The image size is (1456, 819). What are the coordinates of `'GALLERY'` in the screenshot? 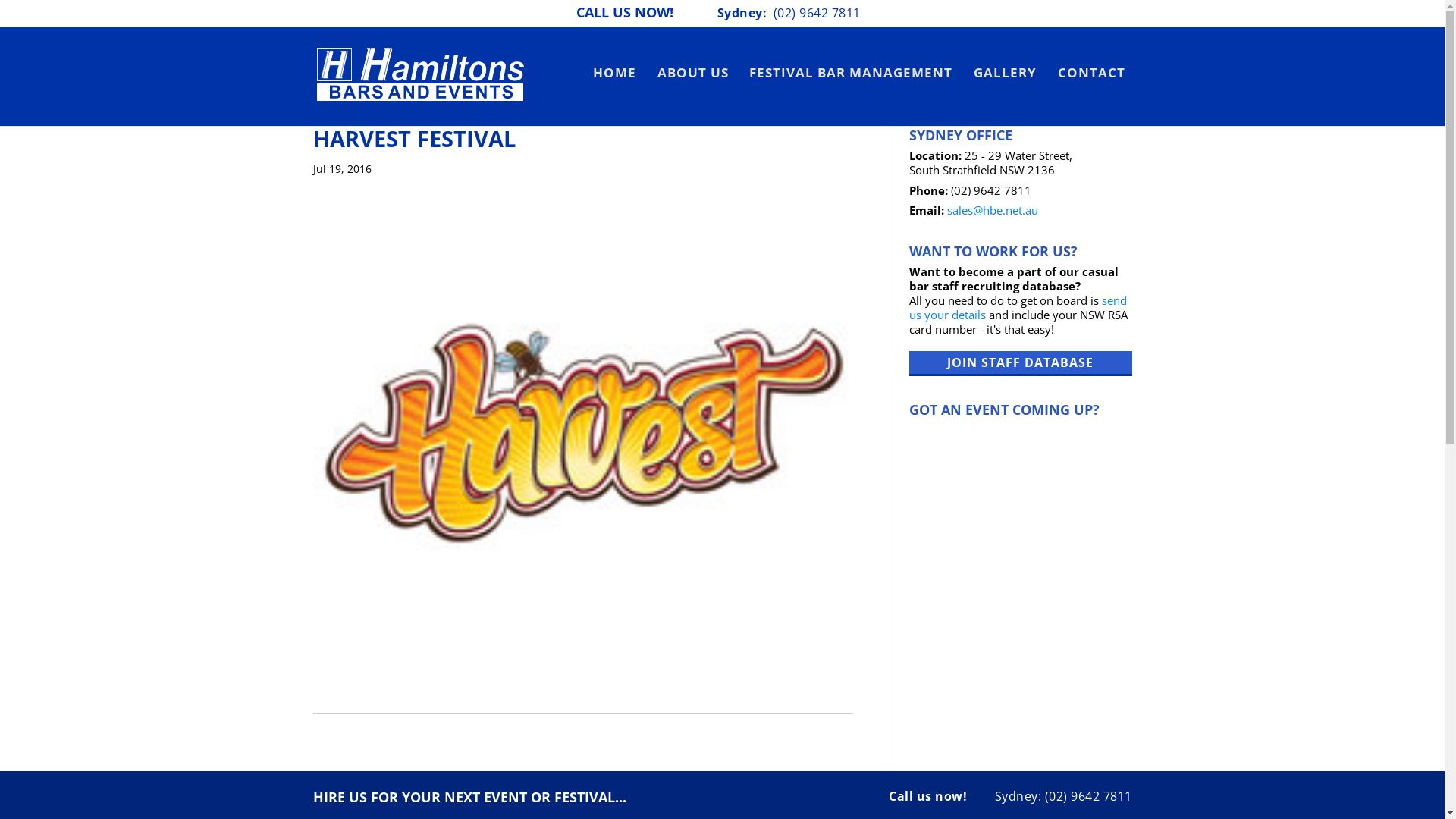 It's located at (1005, 74).